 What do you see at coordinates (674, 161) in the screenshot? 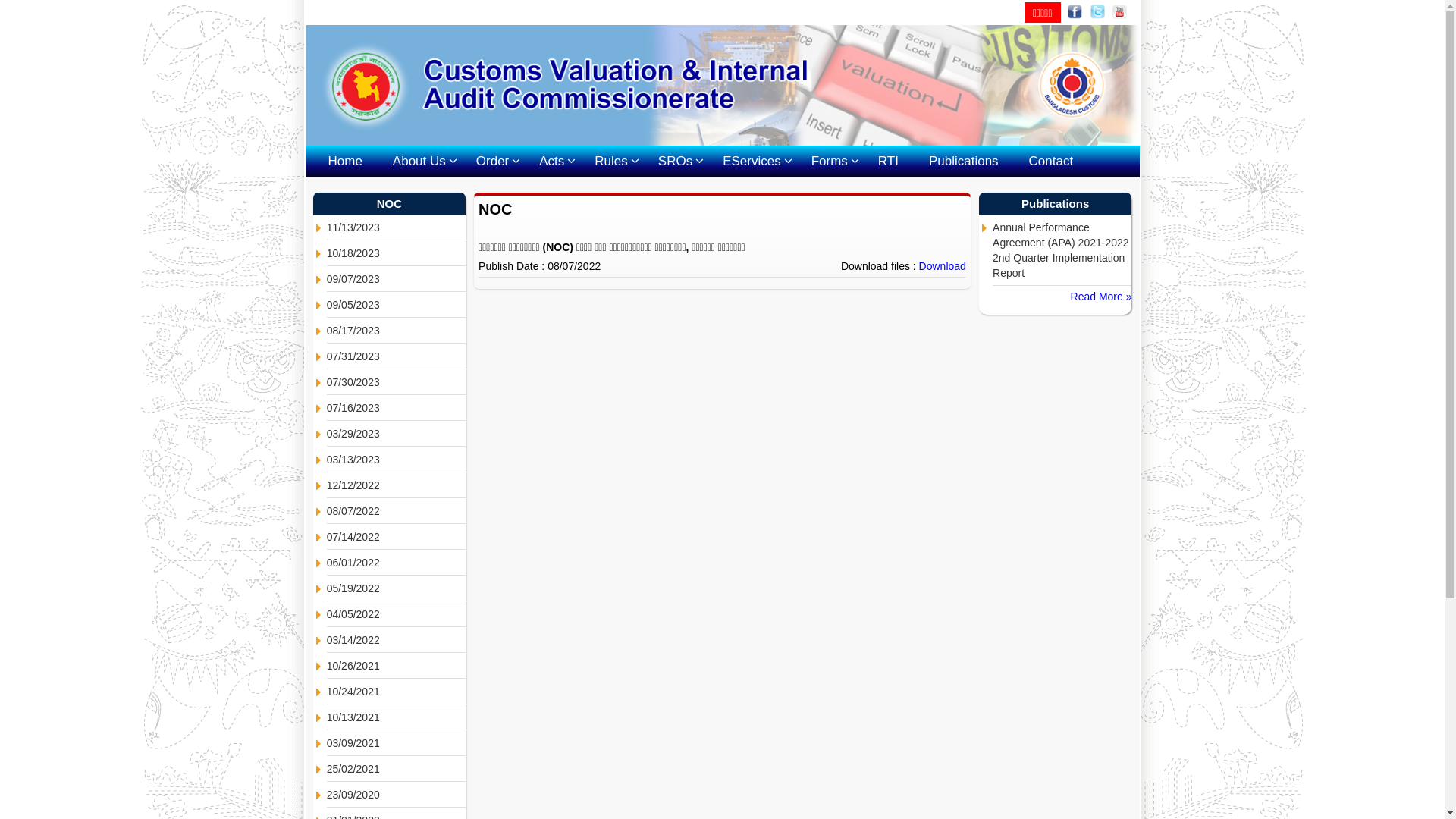
I see `'SROs'` at bounding box center [674, 161].